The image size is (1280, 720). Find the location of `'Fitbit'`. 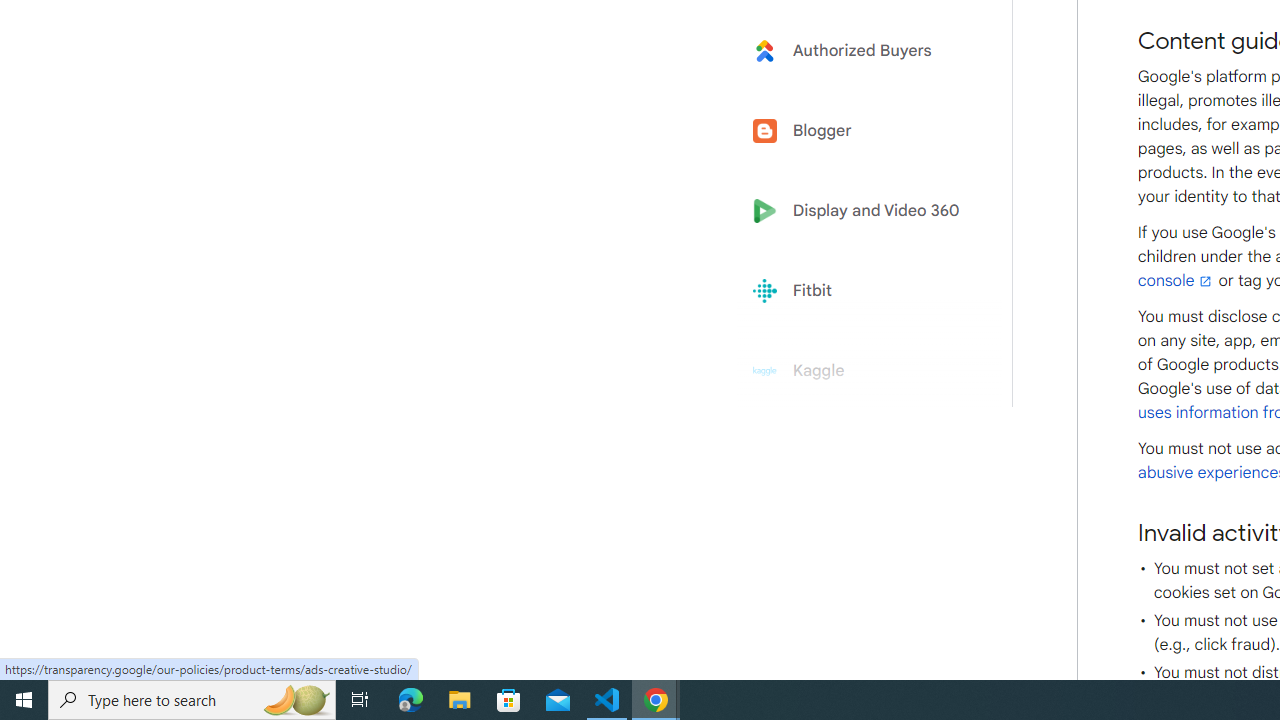

'Fitbit' is located at coordinates (862, 291).